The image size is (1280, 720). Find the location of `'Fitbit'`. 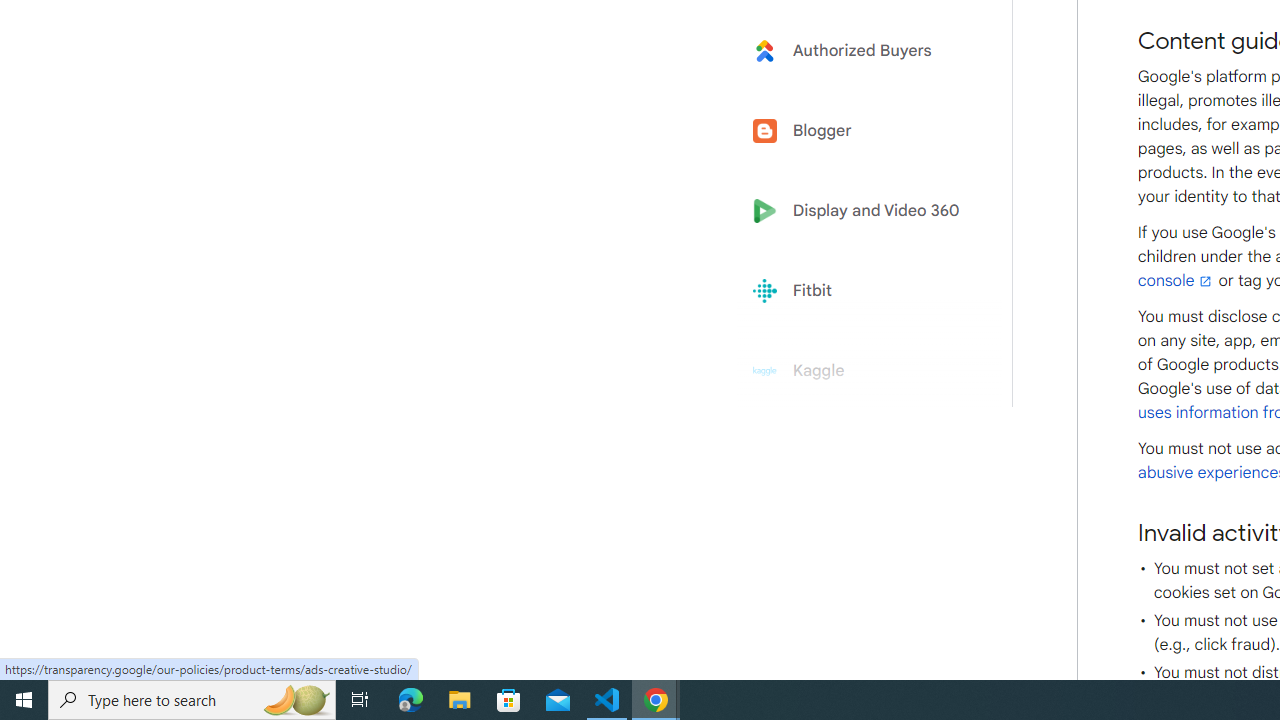

'Fitbit' is located at coordinates (862, 291).